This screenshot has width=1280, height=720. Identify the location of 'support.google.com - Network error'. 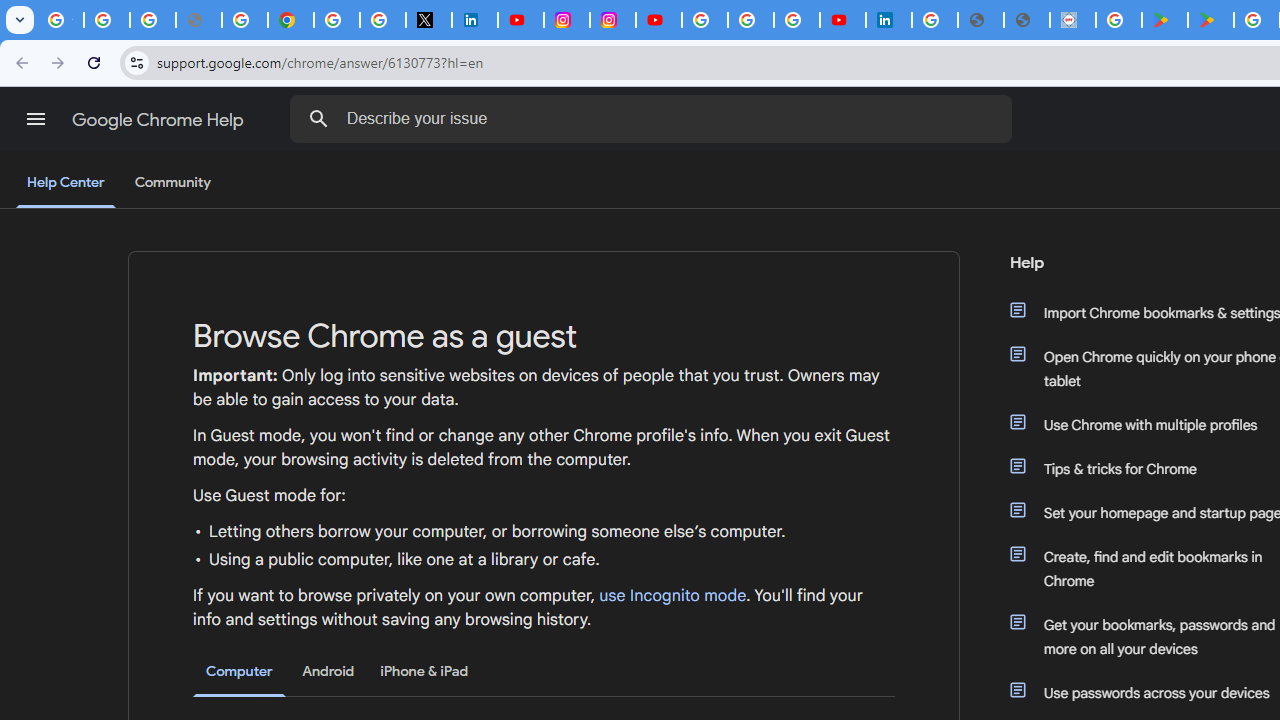
(198, 20).